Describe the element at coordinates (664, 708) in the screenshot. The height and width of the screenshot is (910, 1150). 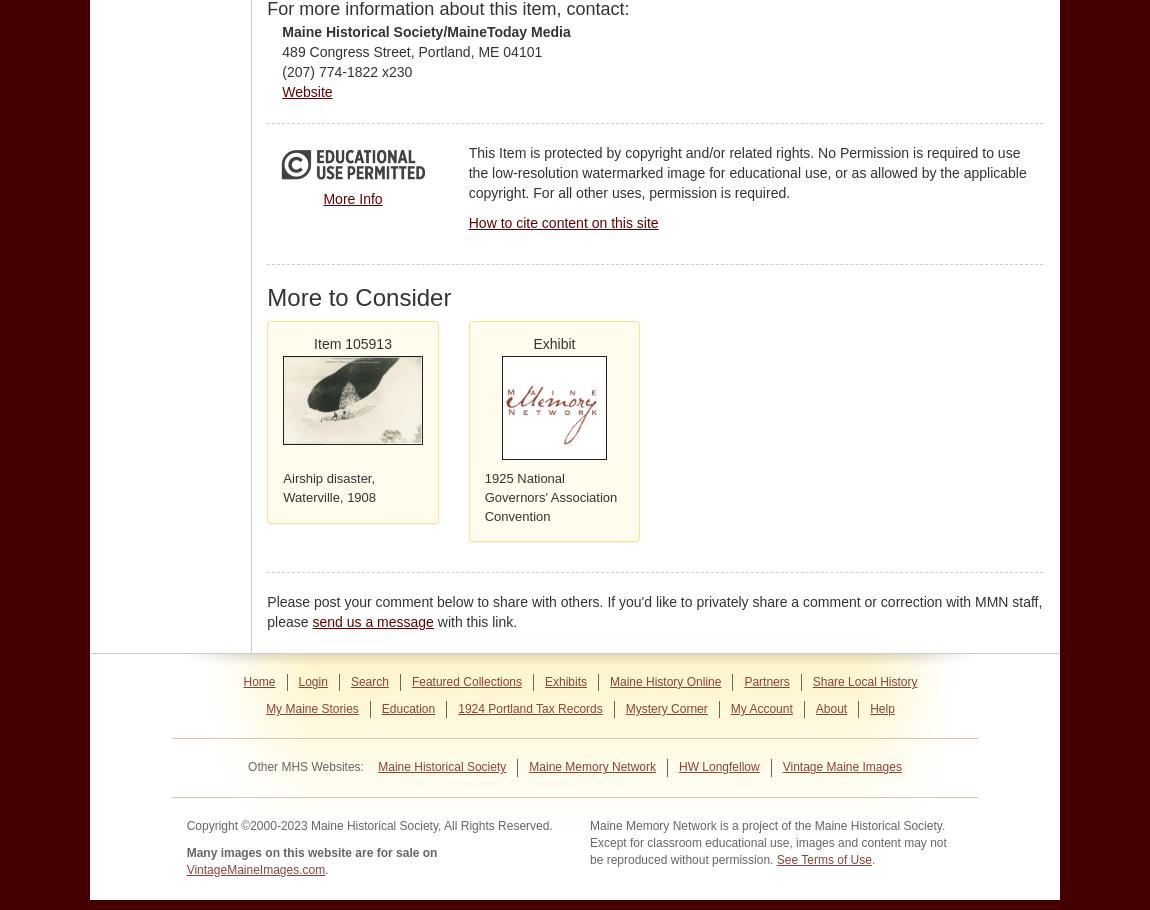
I see `'Mystery Corner'` at that location.